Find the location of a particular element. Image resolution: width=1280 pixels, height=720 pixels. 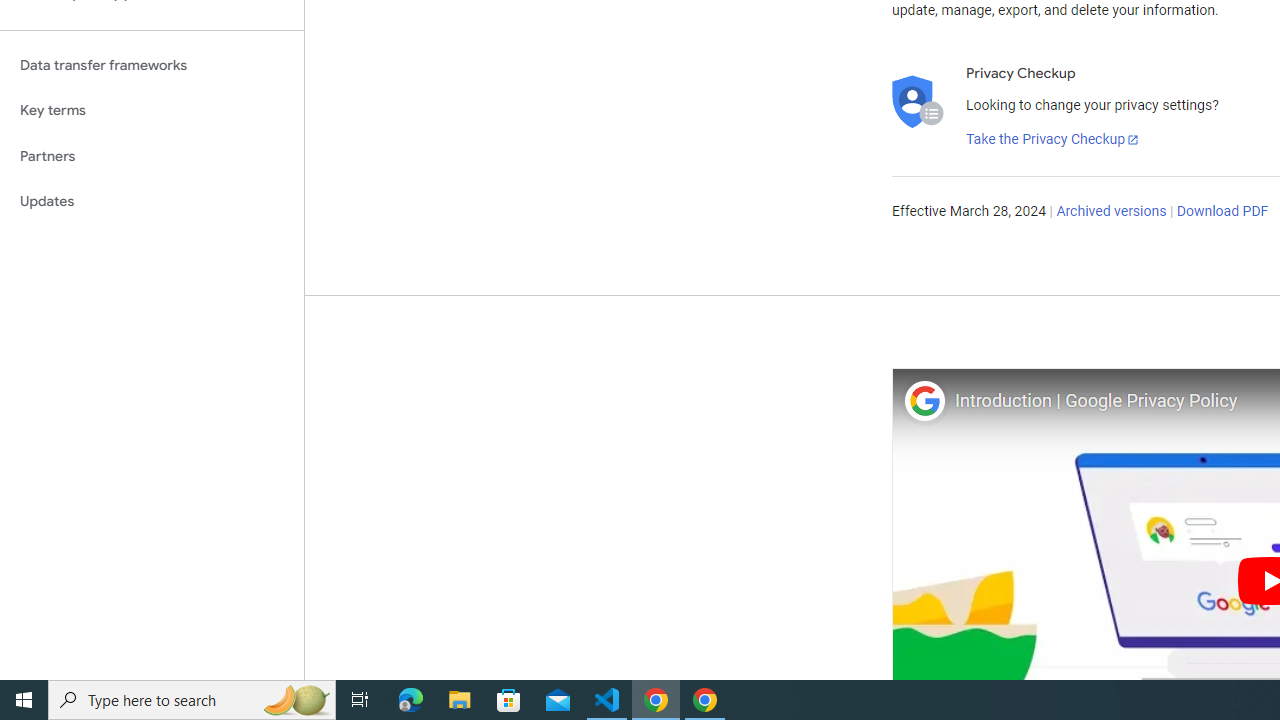

'Photo image of Google' is located at coordinates (923, 400).